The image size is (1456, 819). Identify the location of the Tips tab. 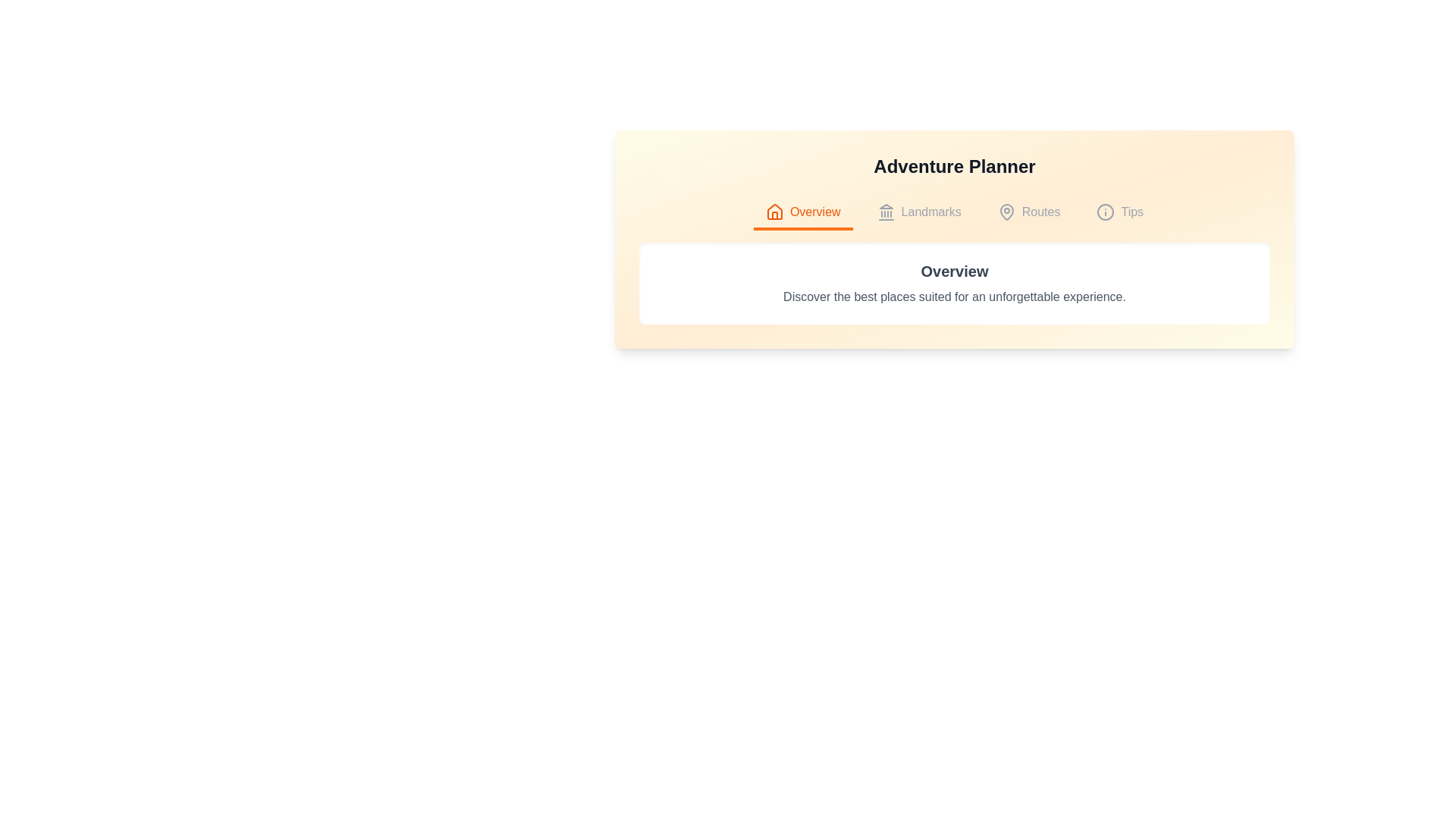
(1120, 213).